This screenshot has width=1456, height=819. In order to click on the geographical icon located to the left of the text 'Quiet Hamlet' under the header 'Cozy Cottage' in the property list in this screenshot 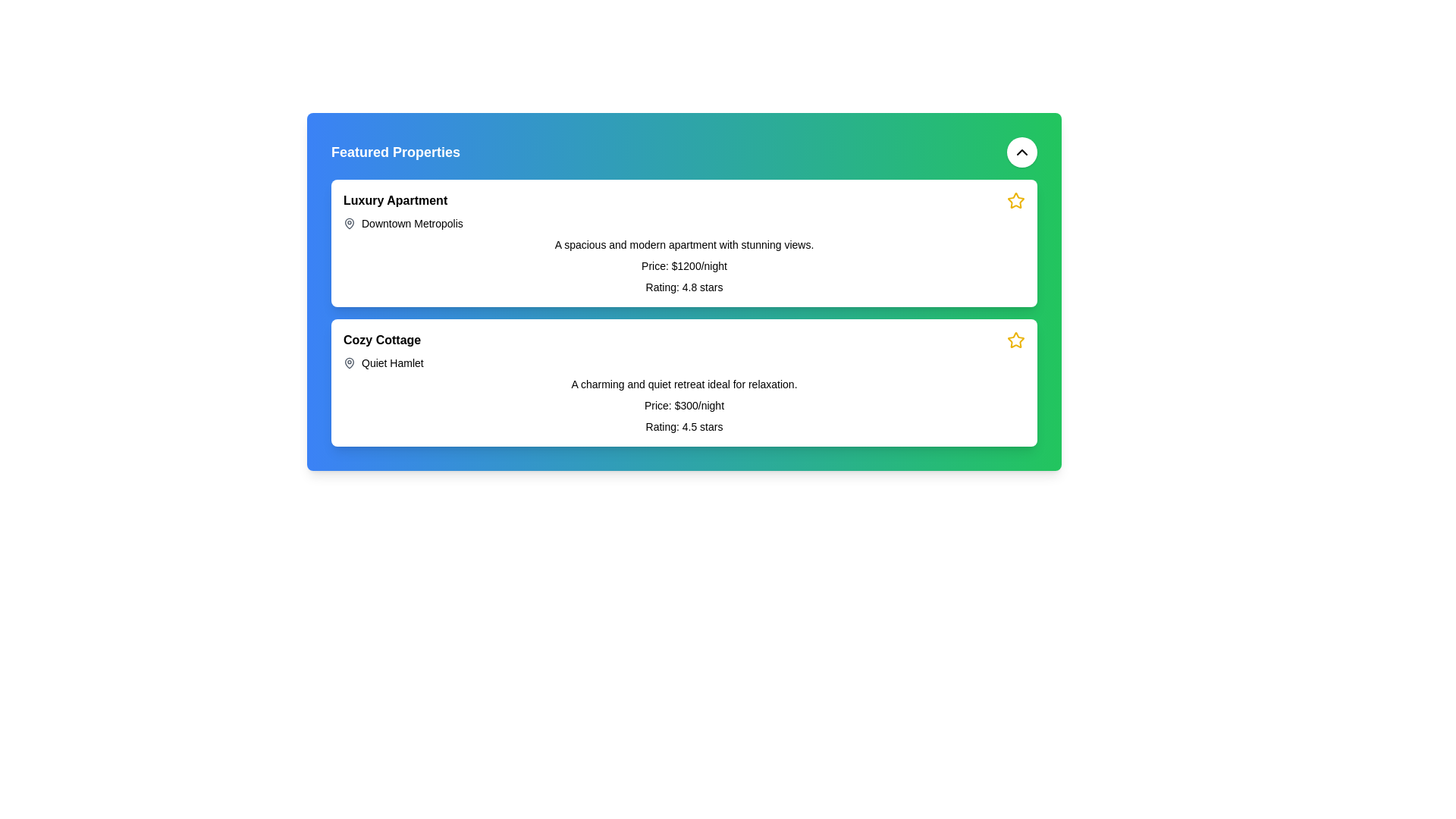, I will do `click(348, 362)`.